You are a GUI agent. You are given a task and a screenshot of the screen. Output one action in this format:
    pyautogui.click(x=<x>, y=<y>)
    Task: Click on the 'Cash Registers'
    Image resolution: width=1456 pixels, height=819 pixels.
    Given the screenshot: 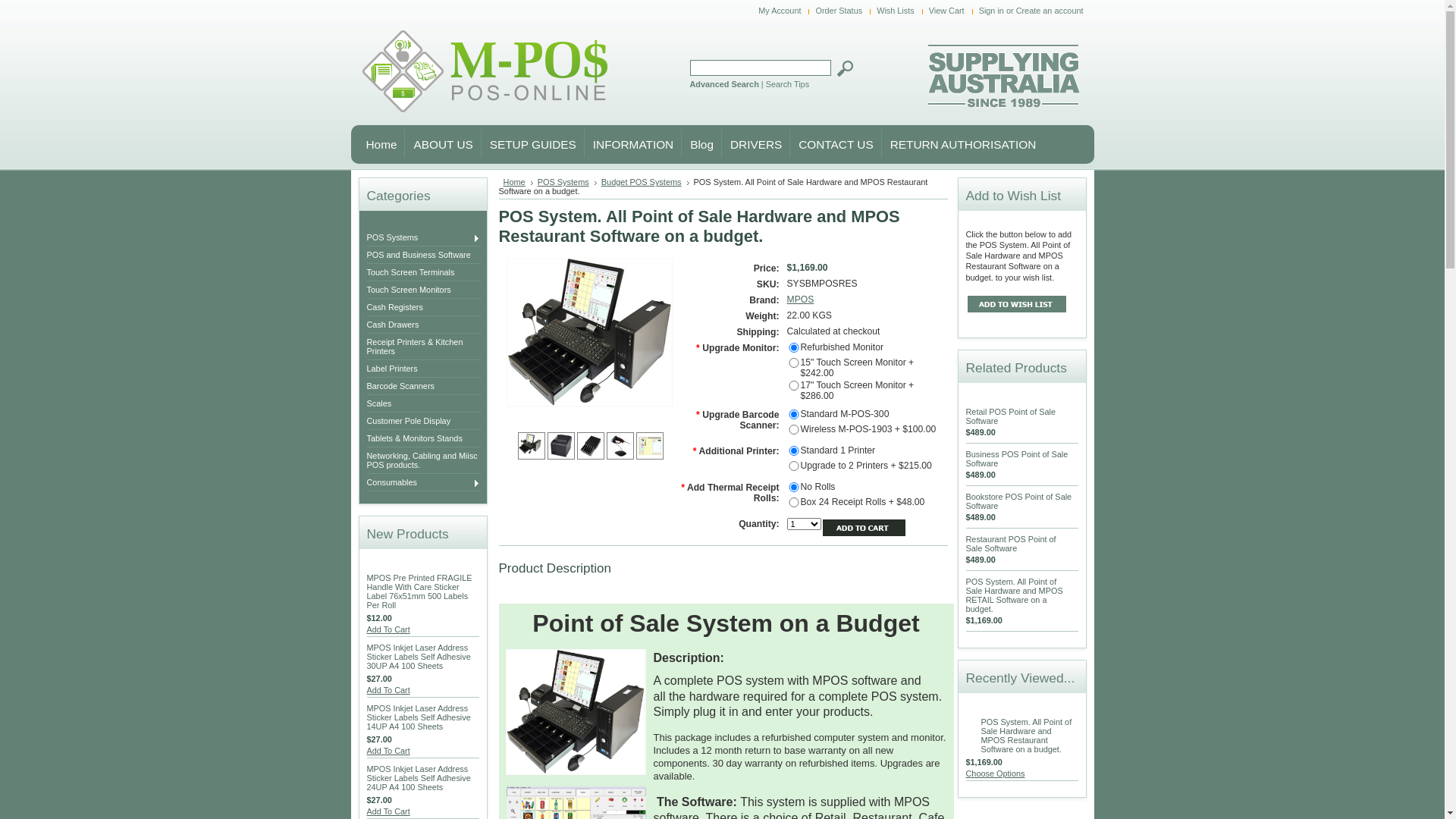 What is the action you would take?
    pyautogui.click(x=367, y=307)
    